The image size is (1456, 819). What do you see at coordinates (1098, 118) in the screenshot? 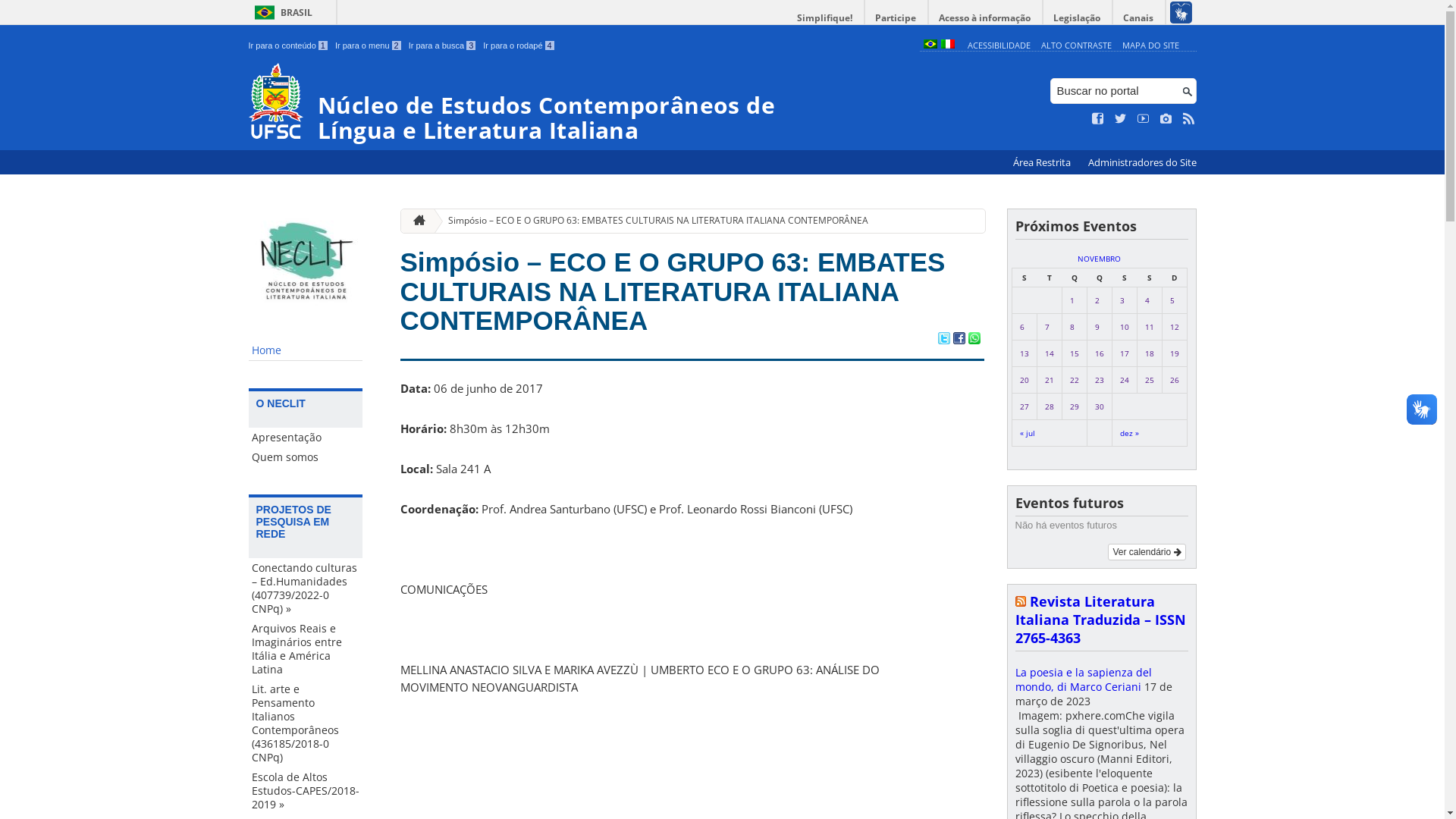
I see `'Curta no Facebook'` at bounding box center [1098, 118].